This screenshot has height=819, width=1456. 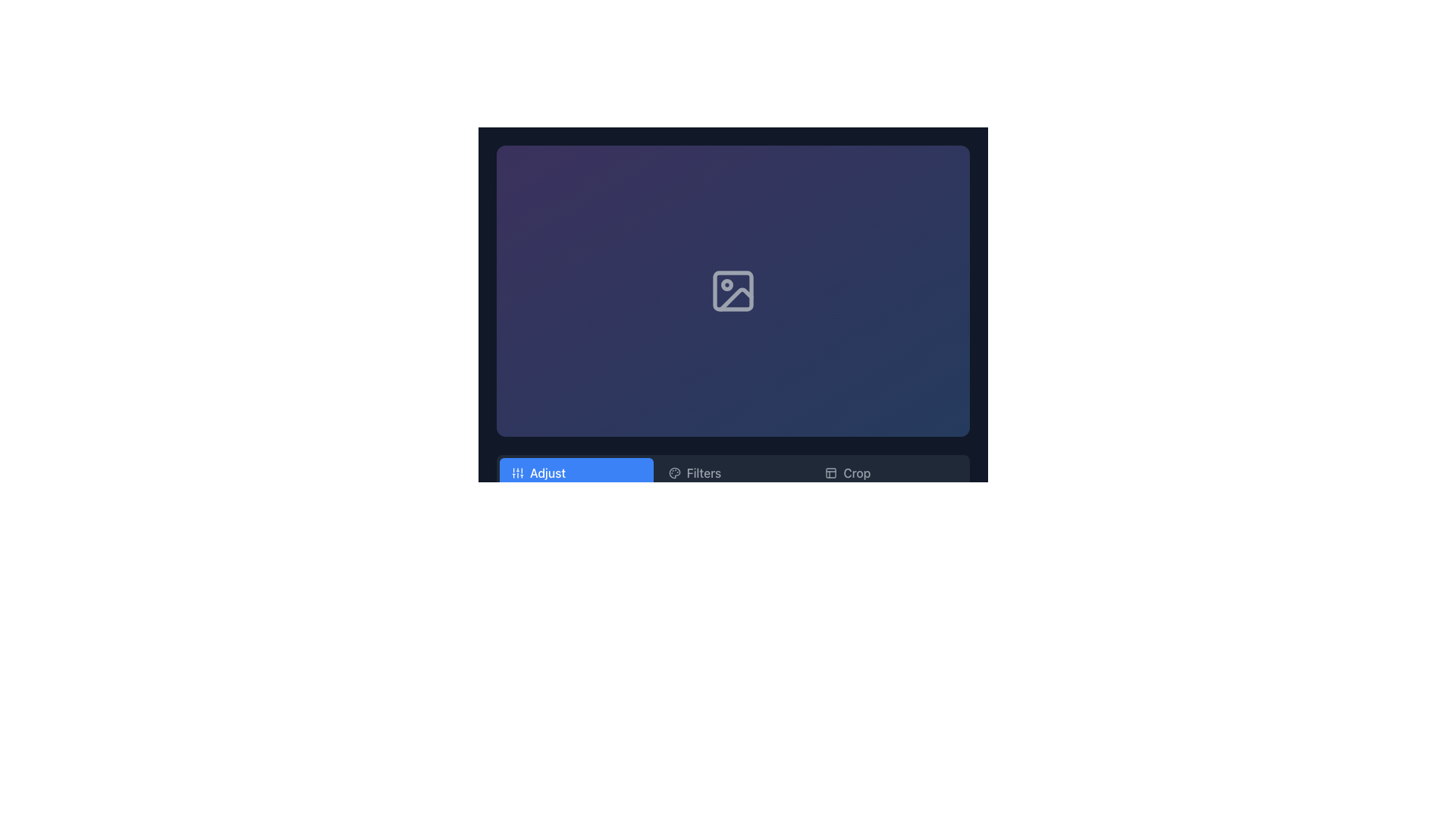 What do you see at coordinates (673, 472) in the screenshot?
I see `the paint palette icon, which symbolizes color selection and artistic actions, located towards the bottom of the interface` at bounding box center [673, 472].